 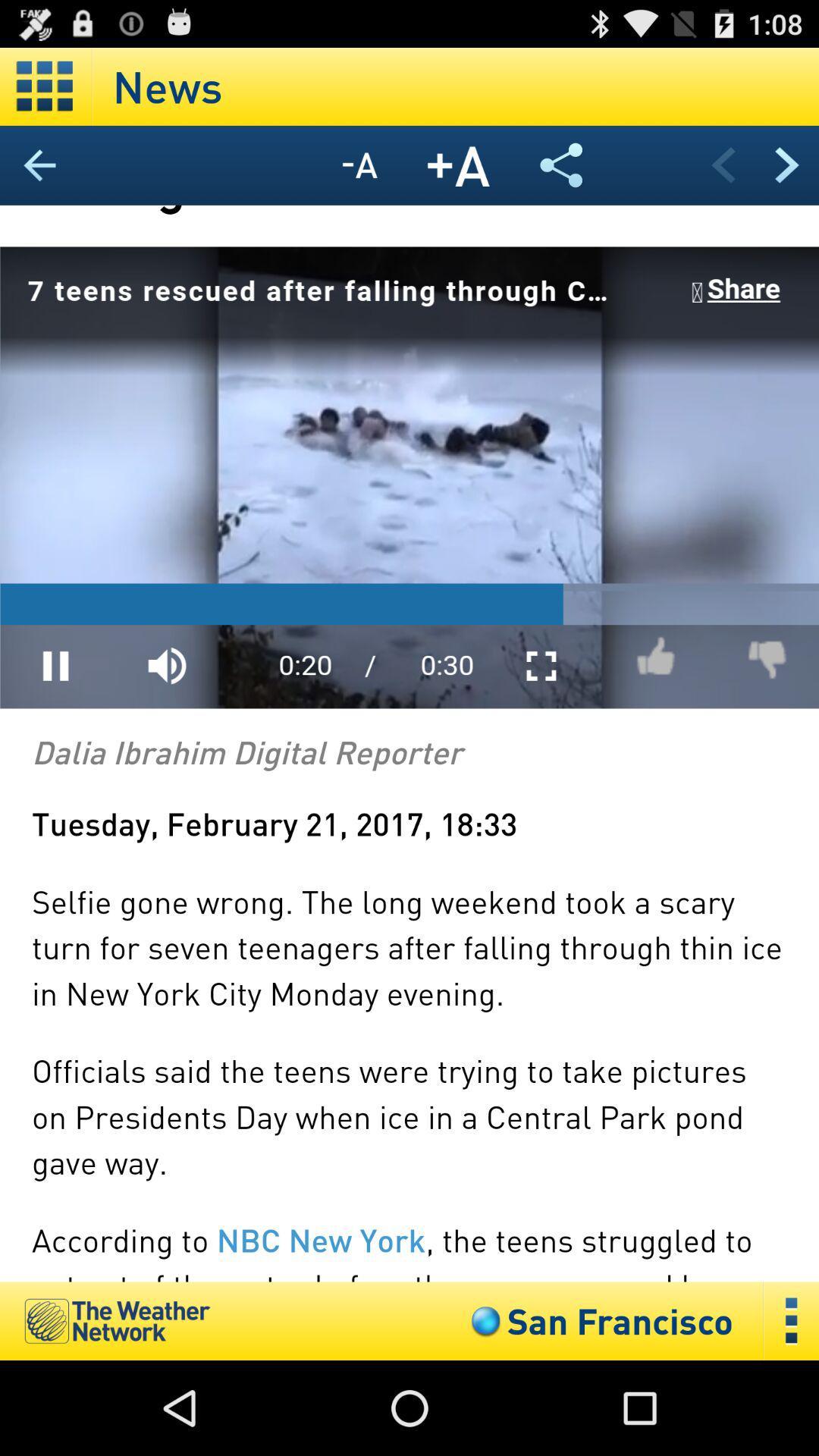 I want to click on go next, so click(x=786, y=165).